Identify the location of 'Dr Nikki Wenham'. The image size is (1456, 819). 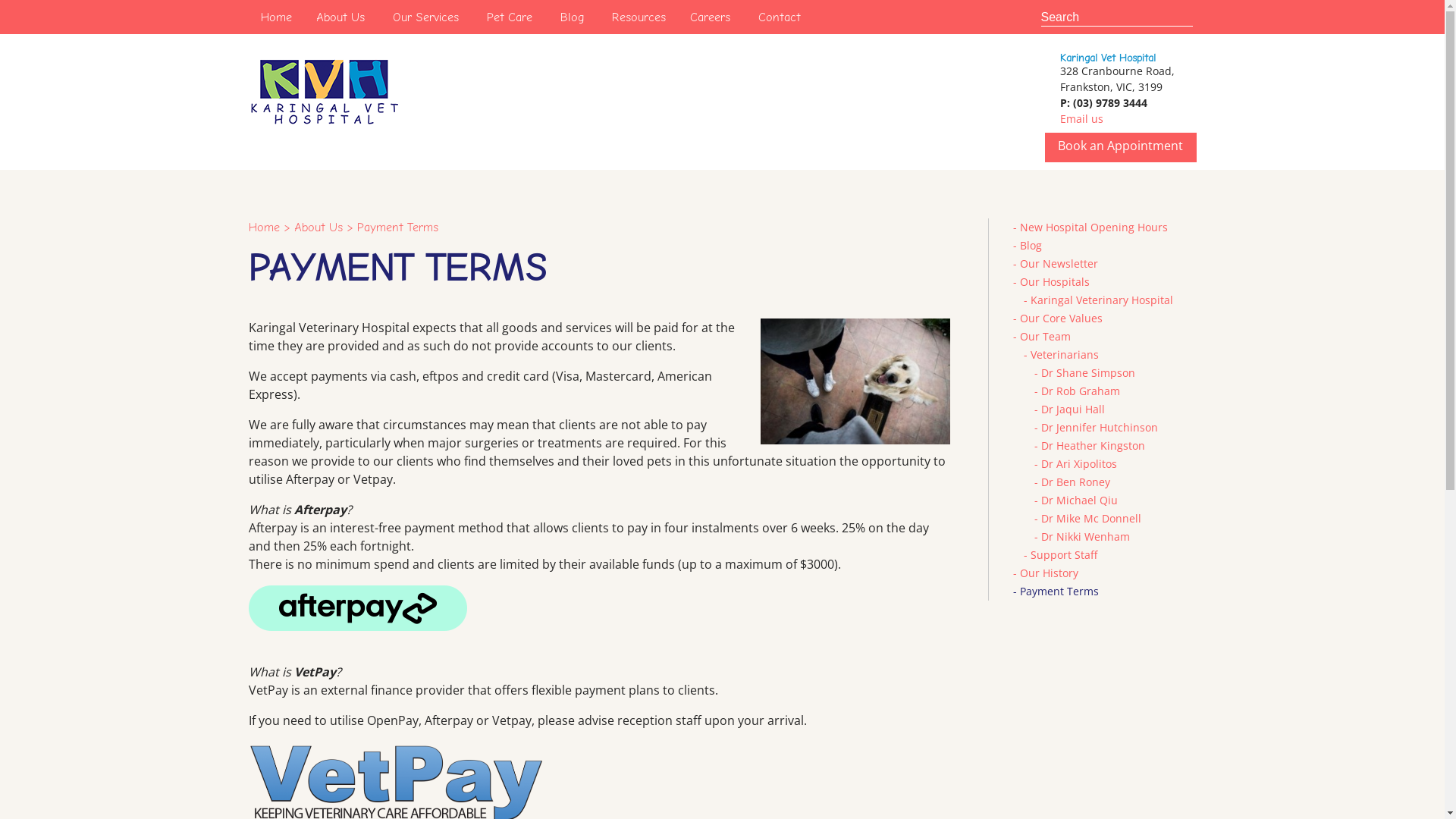
(1084, 535).